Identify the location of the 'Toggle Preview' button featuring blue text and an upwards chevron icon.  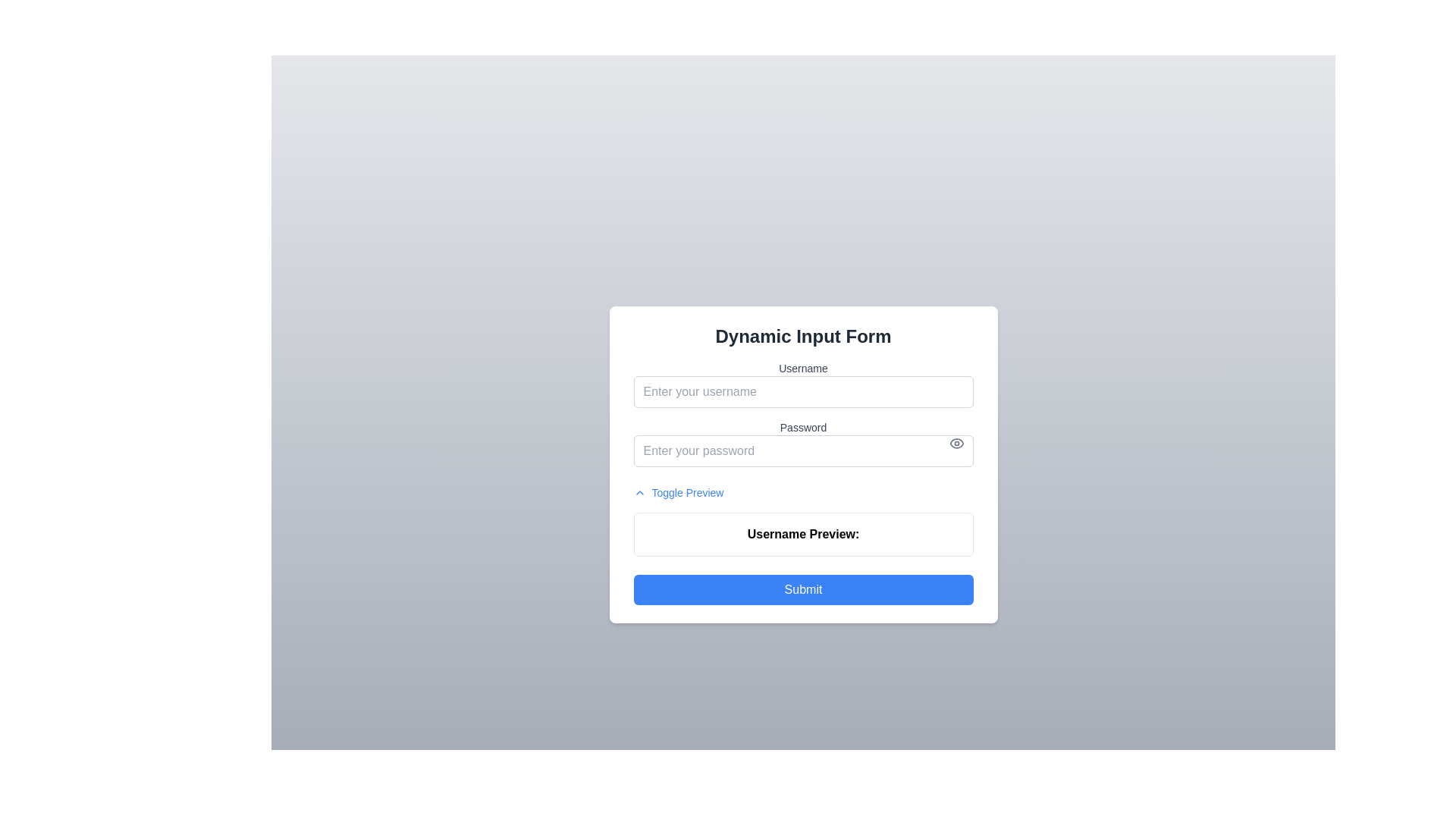
(677, 493).